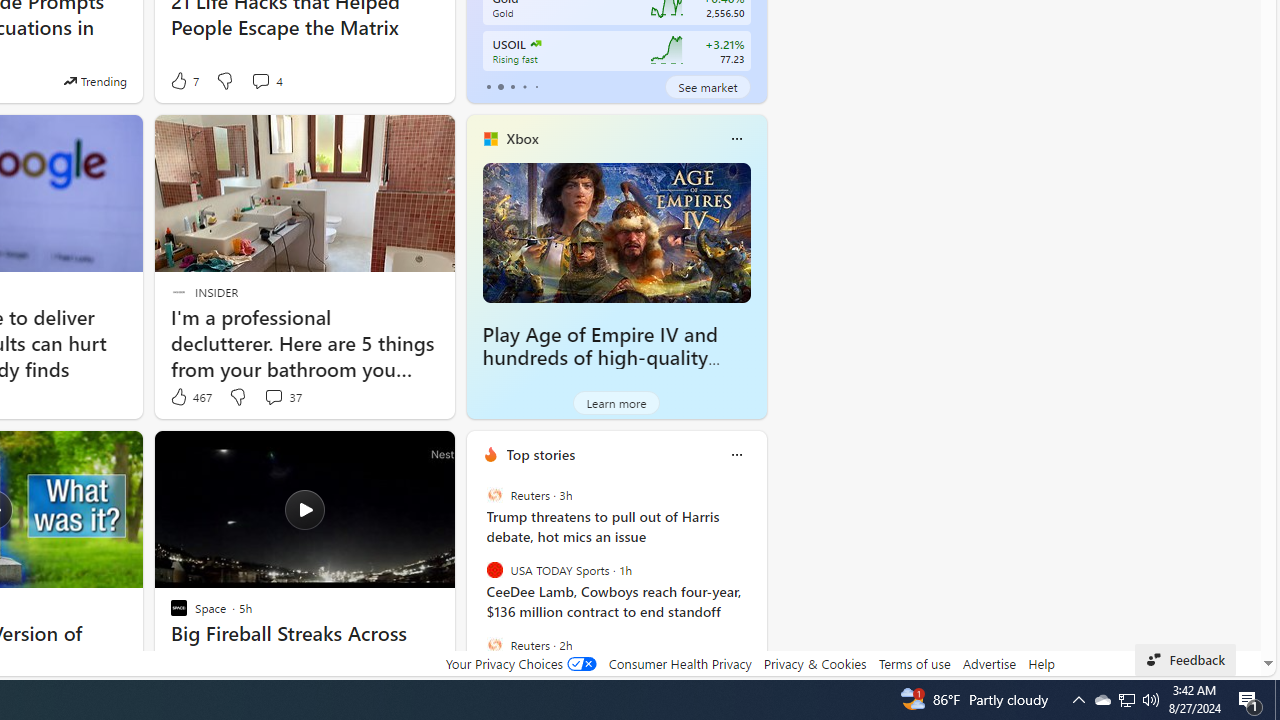  Describe the element at coordinates (680, 663) in the screenshot. I see `'Consumer Health Privacy'` at that location.